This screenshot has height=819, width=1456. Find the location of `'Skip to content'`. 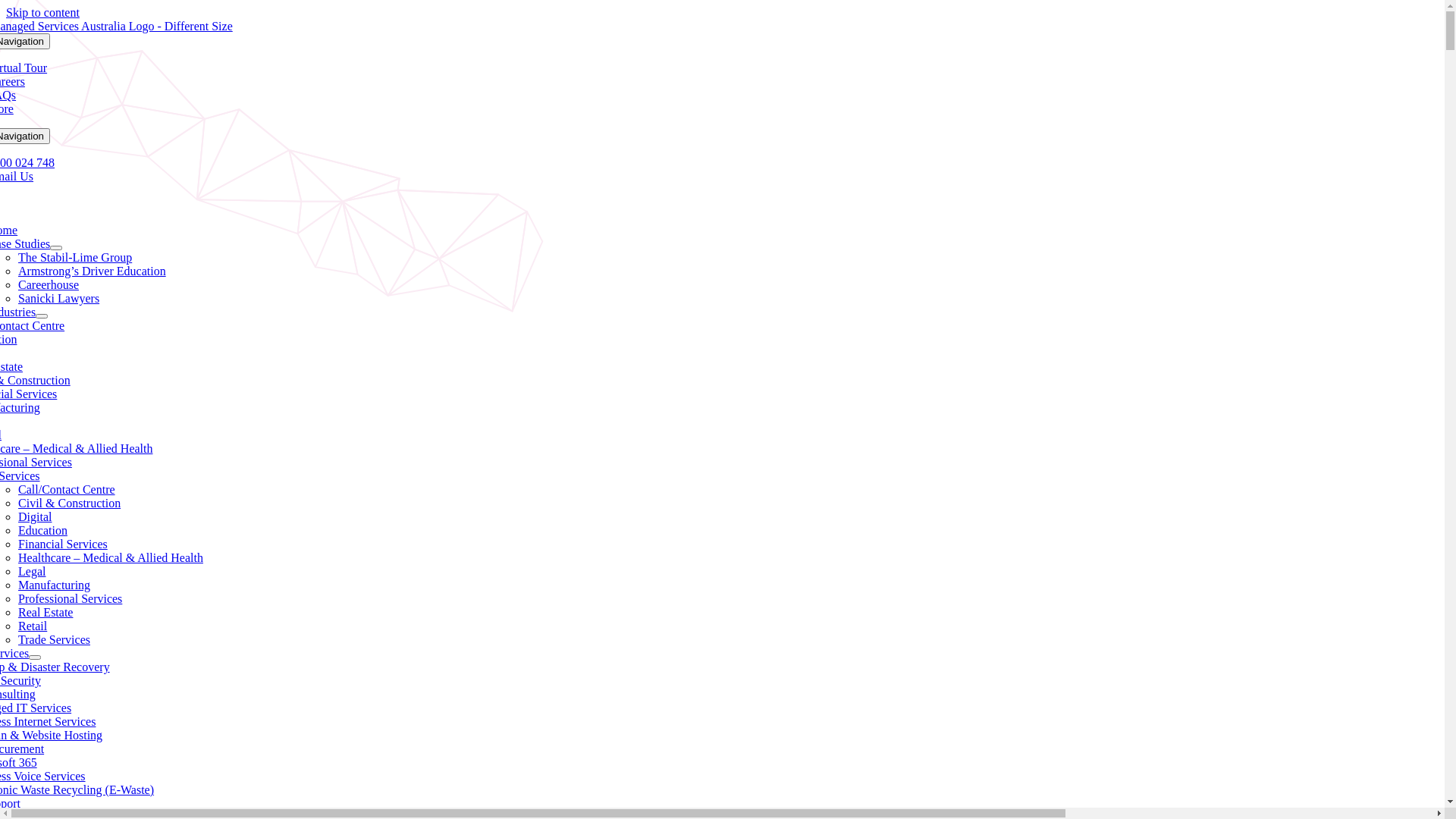

'Skip to content' is located at coordinates (42, 12).